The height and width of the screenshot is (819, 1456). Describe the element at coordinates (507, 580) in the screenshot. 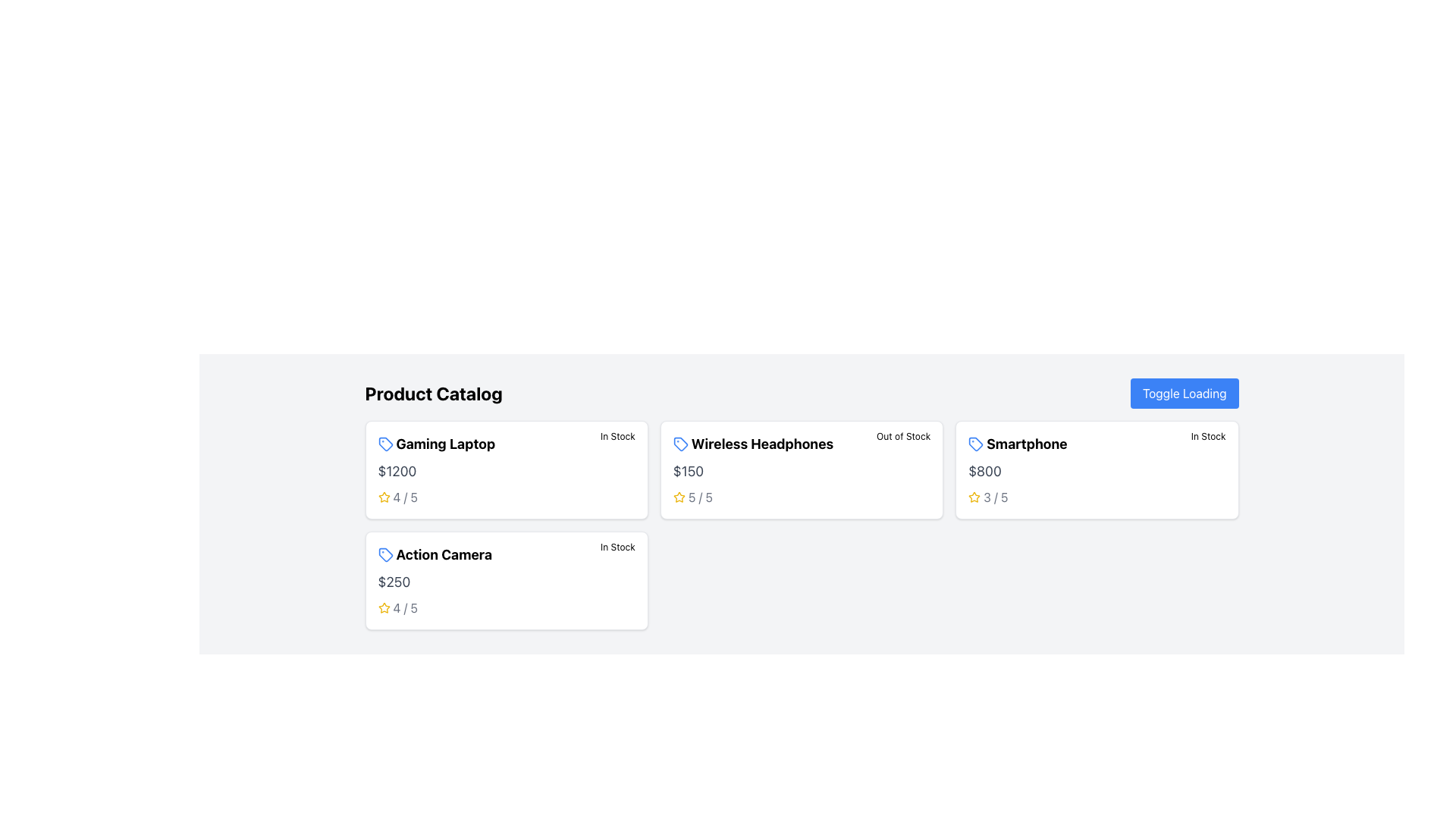

I see `the last product card in the catalog, located in the second column and second row, which displays details such as product name, price, availability, and rating` at that location.